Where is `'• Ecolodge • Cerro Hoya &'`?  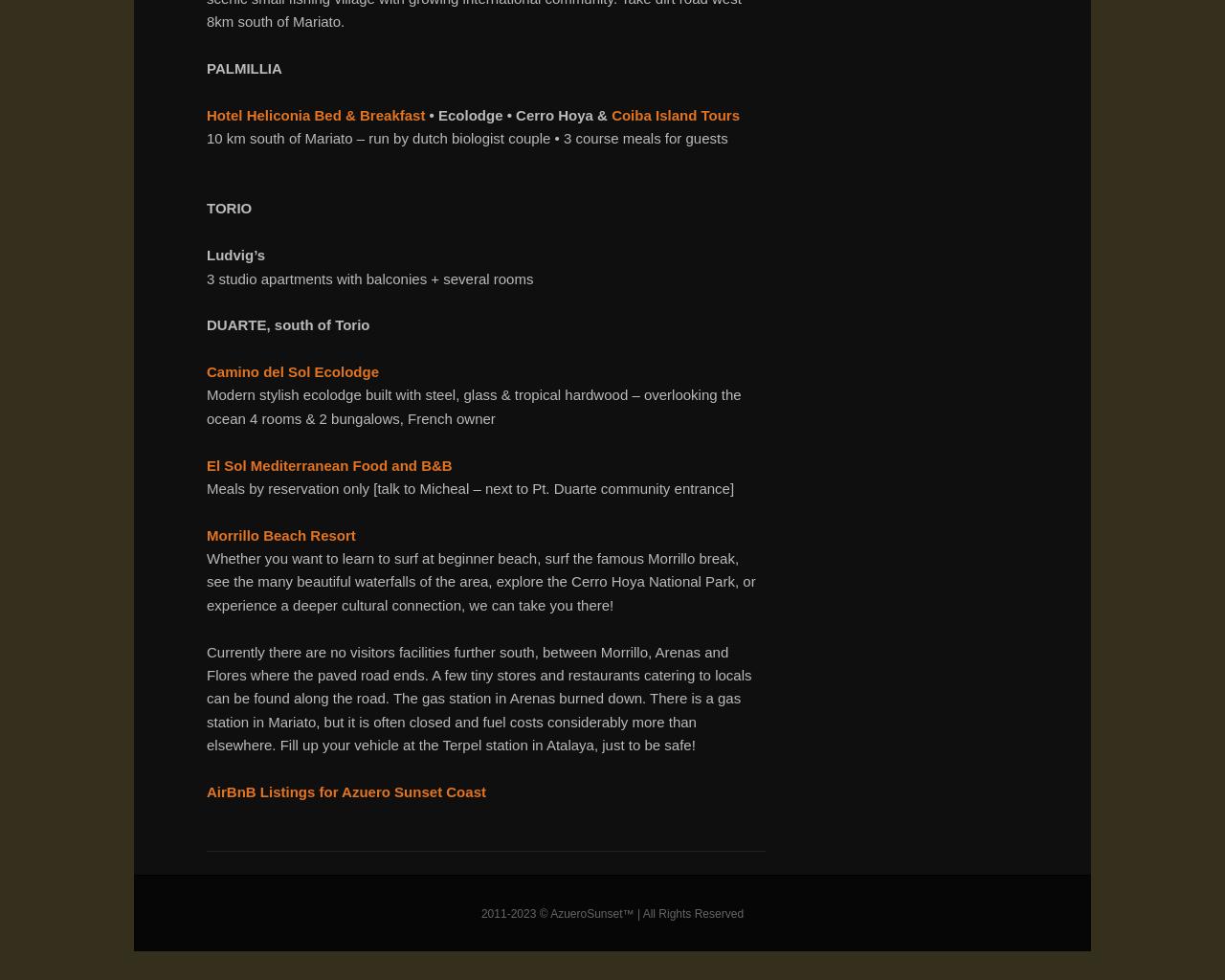 '• Ecolodge • Cerro Hoya &' is located at coordinates (518, 114).